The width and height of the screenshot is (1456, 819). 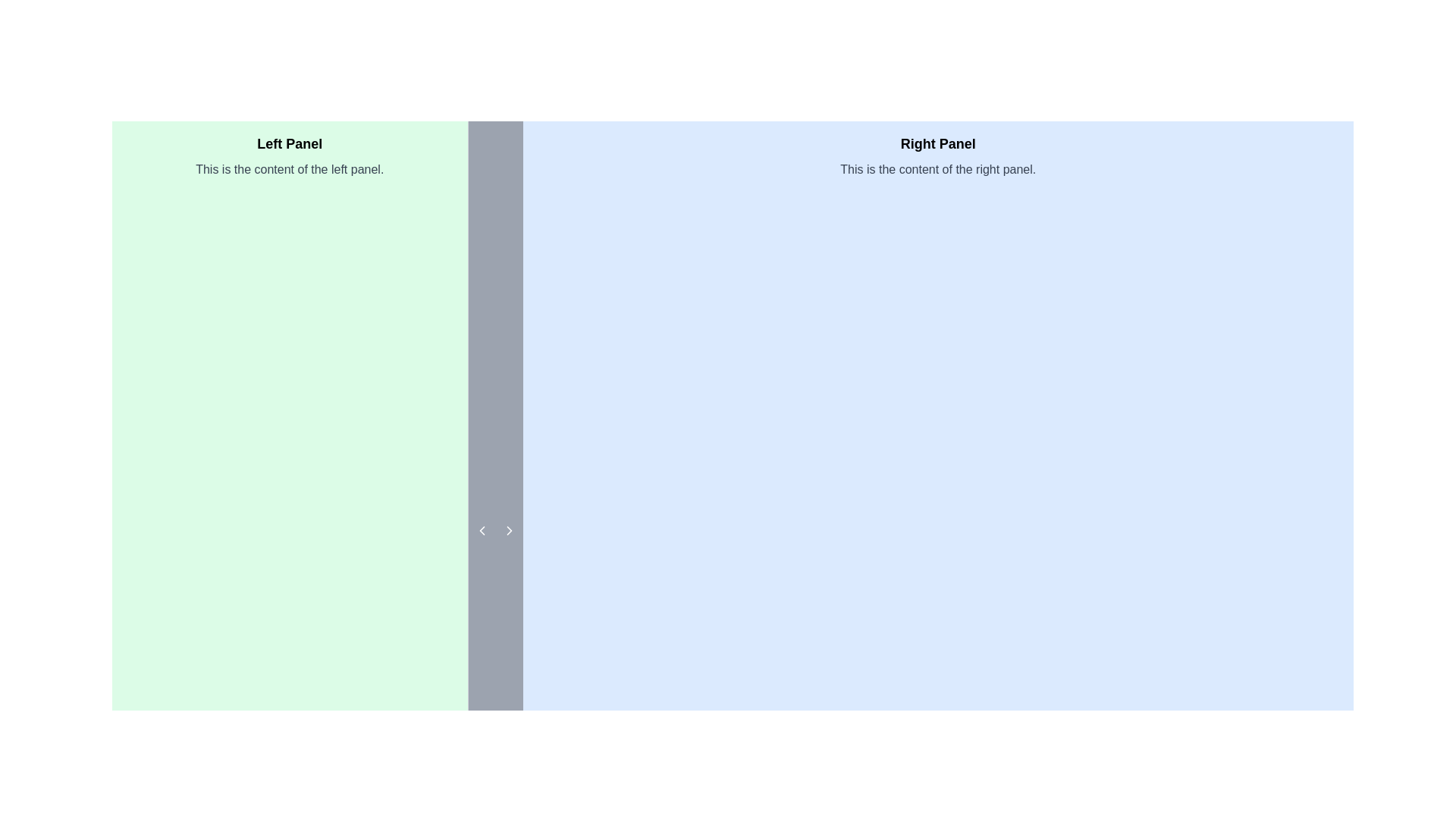 I want to click on the right chevron icon in the vertical navigation bar, so click(x=509, y=529).